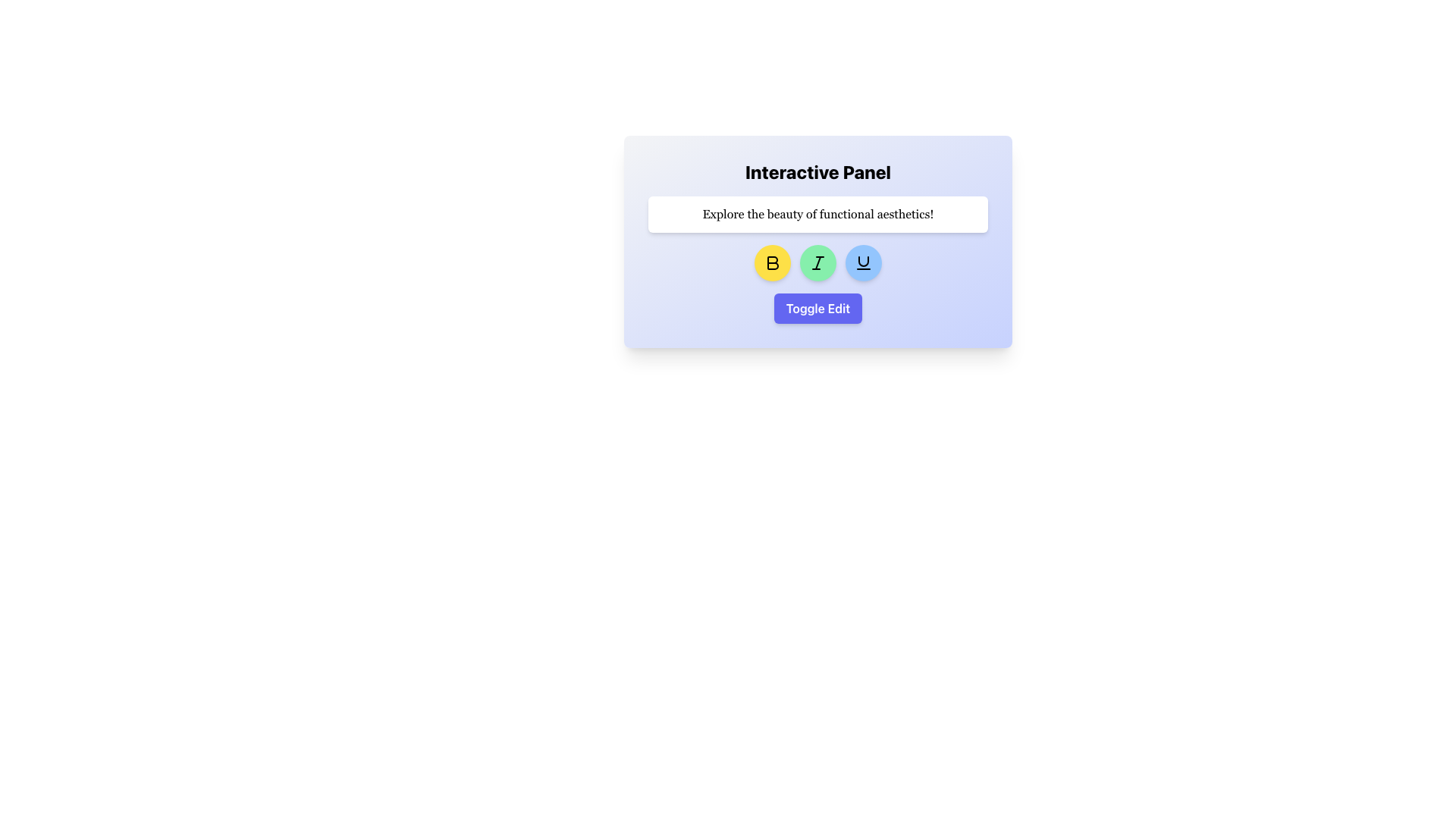  What do you see at coordinates (817, 262) in the screenshot?
I see `the italicize button situated between the bold button and underline button` at bounding box center [817, 262].